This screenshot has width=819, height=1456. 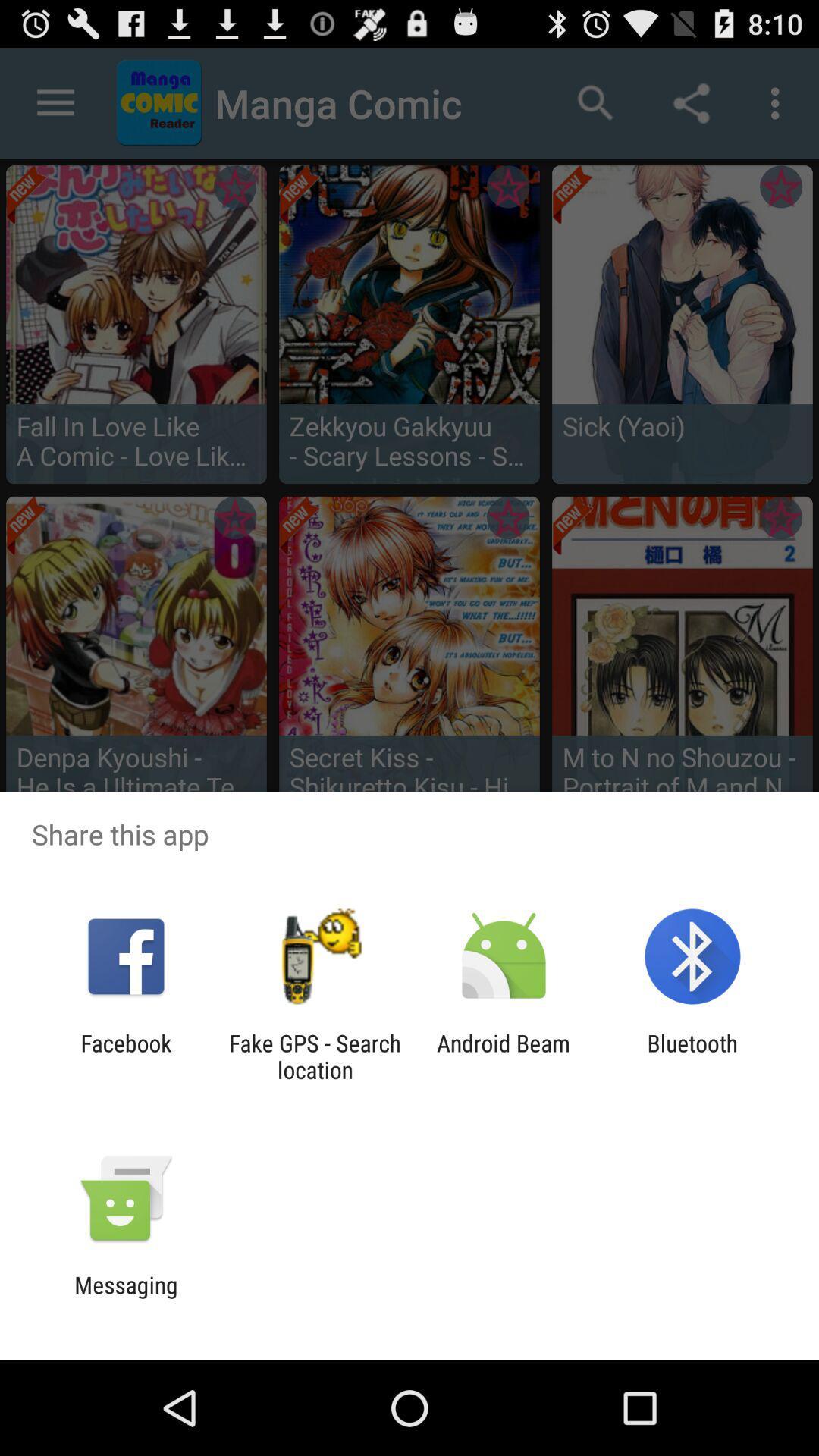 What do you see at coordinates (504, 1056) in the screenshot?
I see `icon to the right of the fake gps search icon` at bounding box center [504, 1056].